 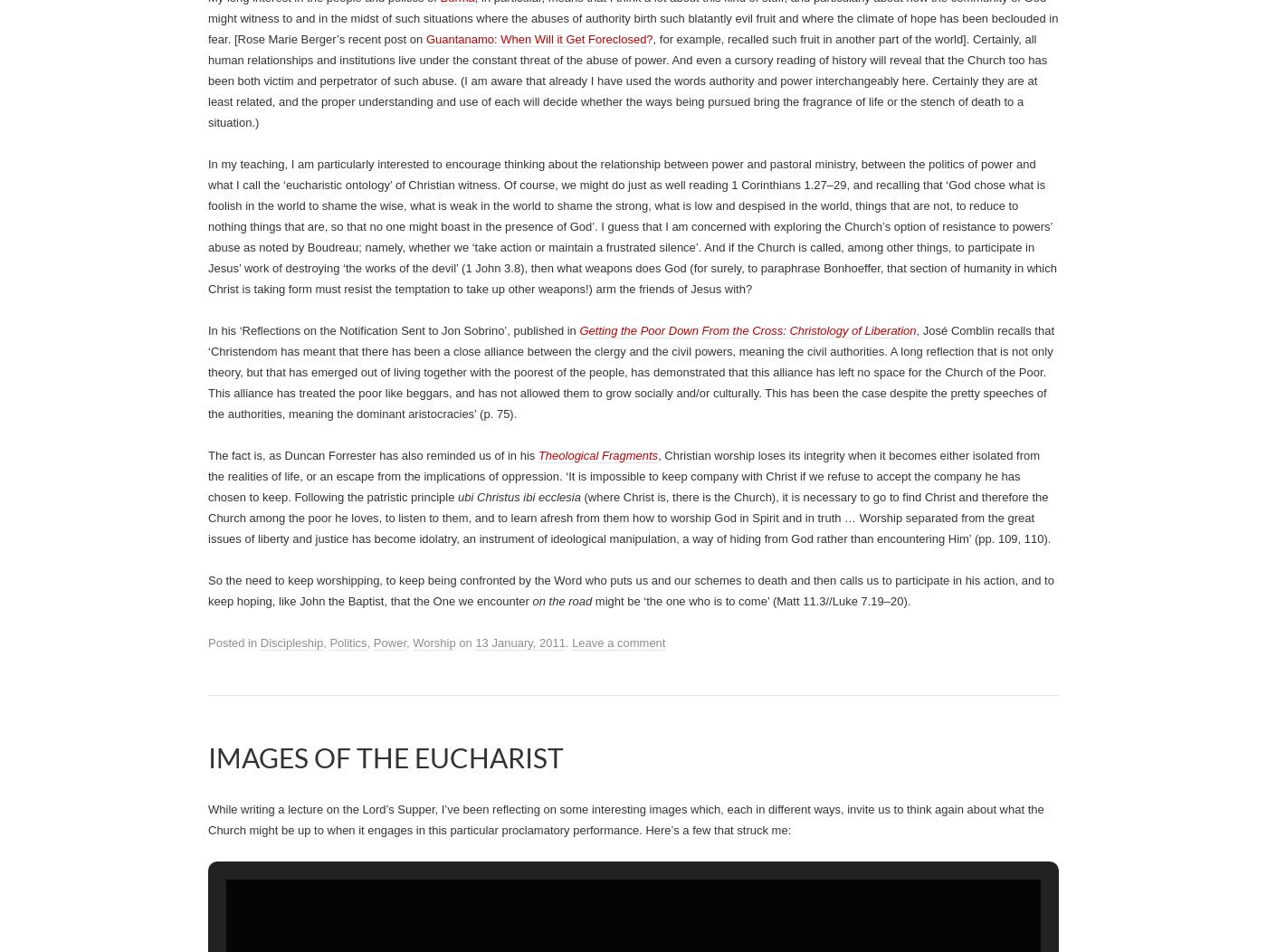 I want to click on 'We may never see the end results, but that is the difference', so click(x=417, y=67).